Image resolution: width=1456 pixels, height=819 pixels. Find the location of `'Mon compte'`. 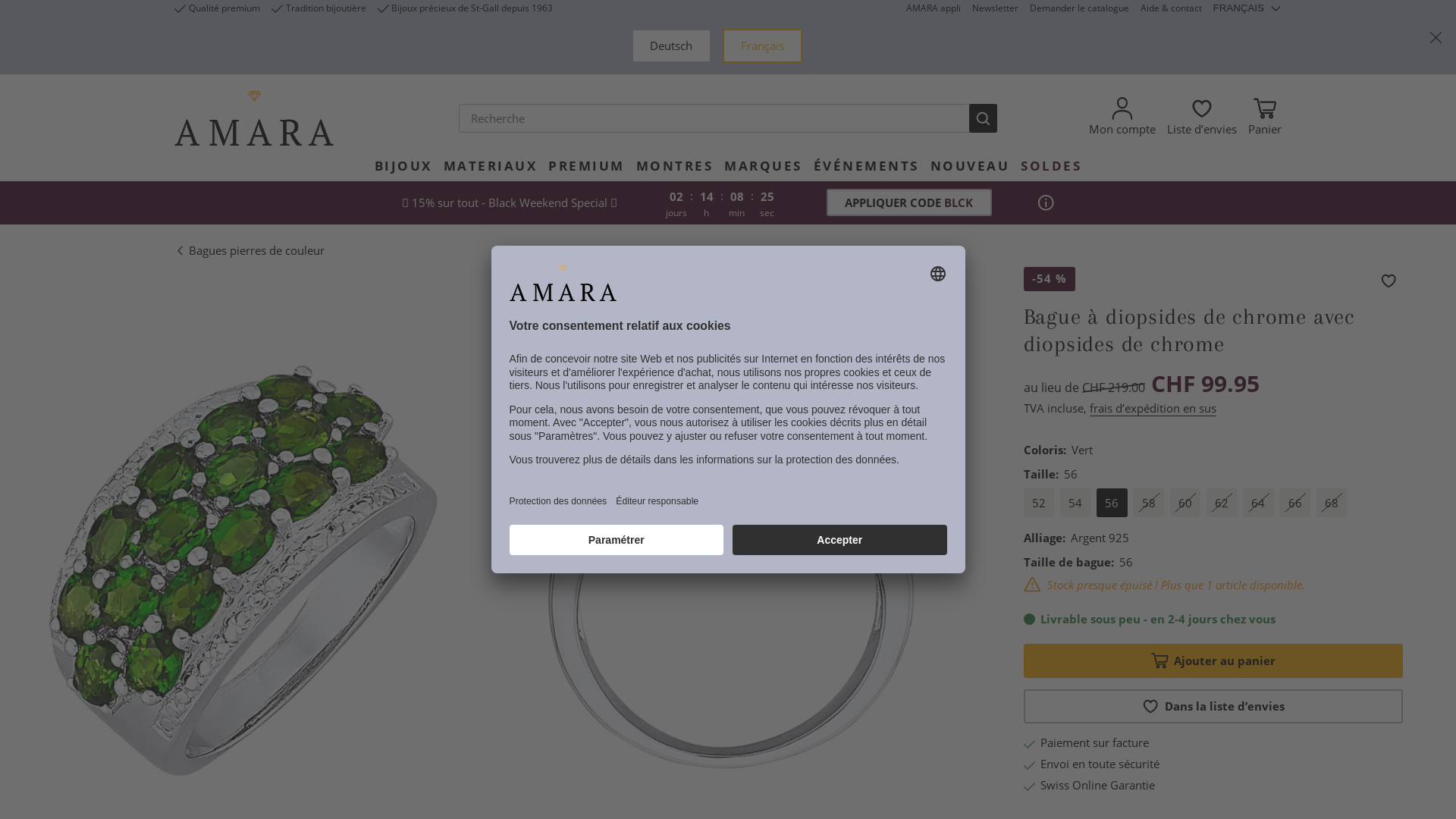

'Mon compte' is located at coordinates (1122, 117).